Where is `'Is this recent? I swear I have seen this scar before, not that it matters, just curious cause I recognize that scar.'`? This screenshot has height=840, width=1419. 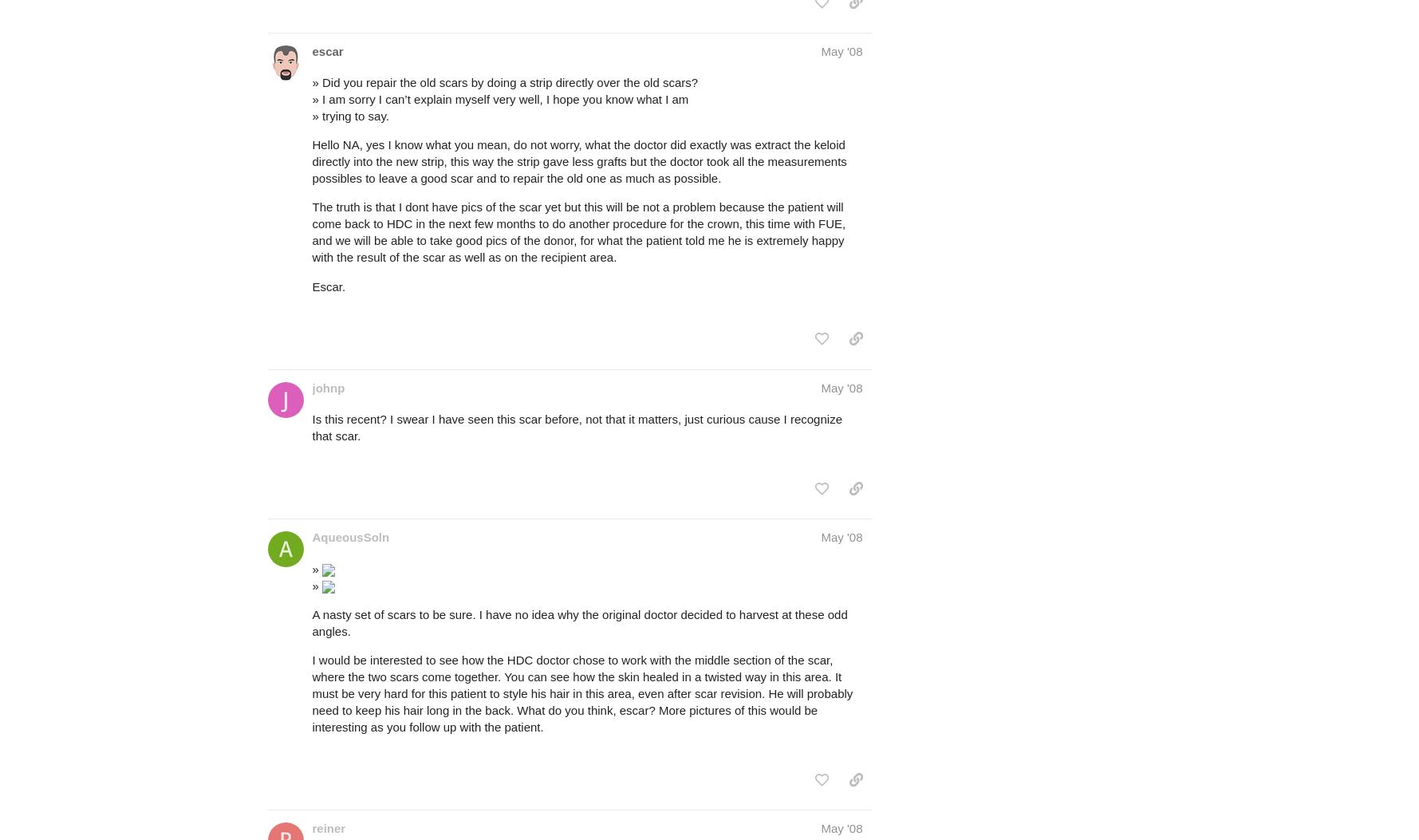
'Is this recent? I swear I have seen this scar before, not that it matters, just curious cause I recognize that scar.' is located at coordinates (311, 426).